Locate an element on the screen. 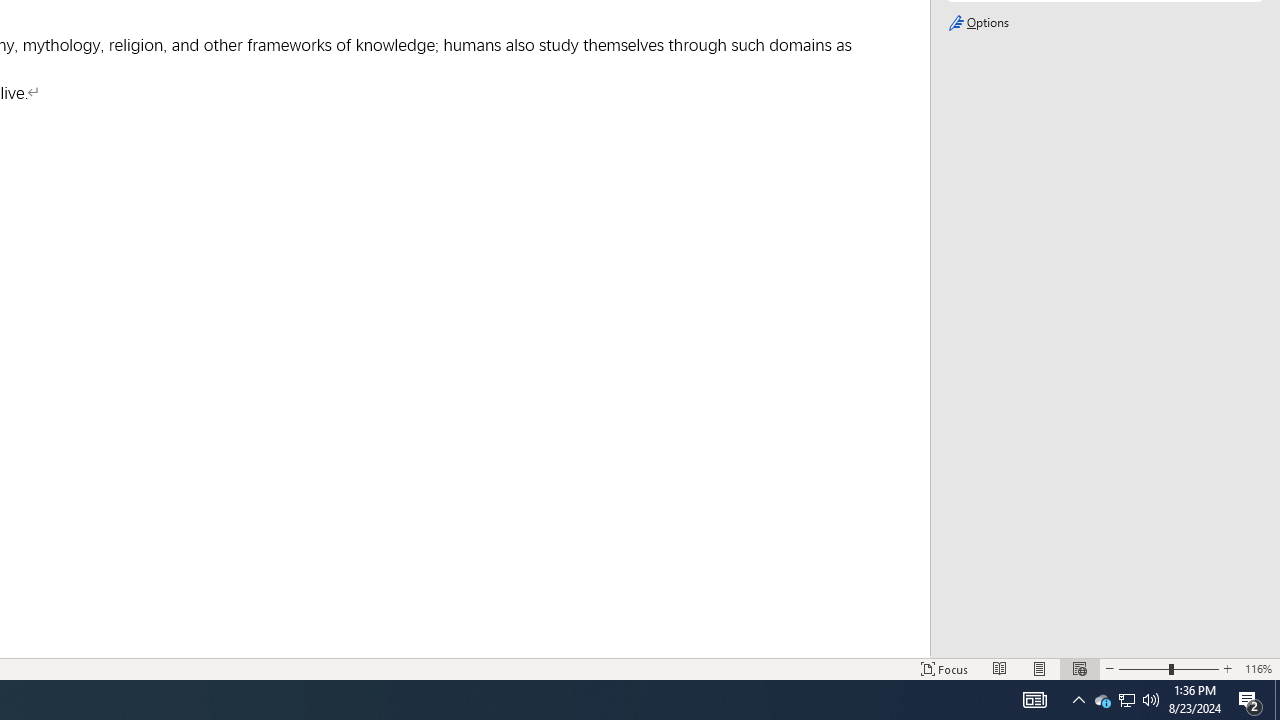  'Read Mode' is located at coordinates (1000, 669).